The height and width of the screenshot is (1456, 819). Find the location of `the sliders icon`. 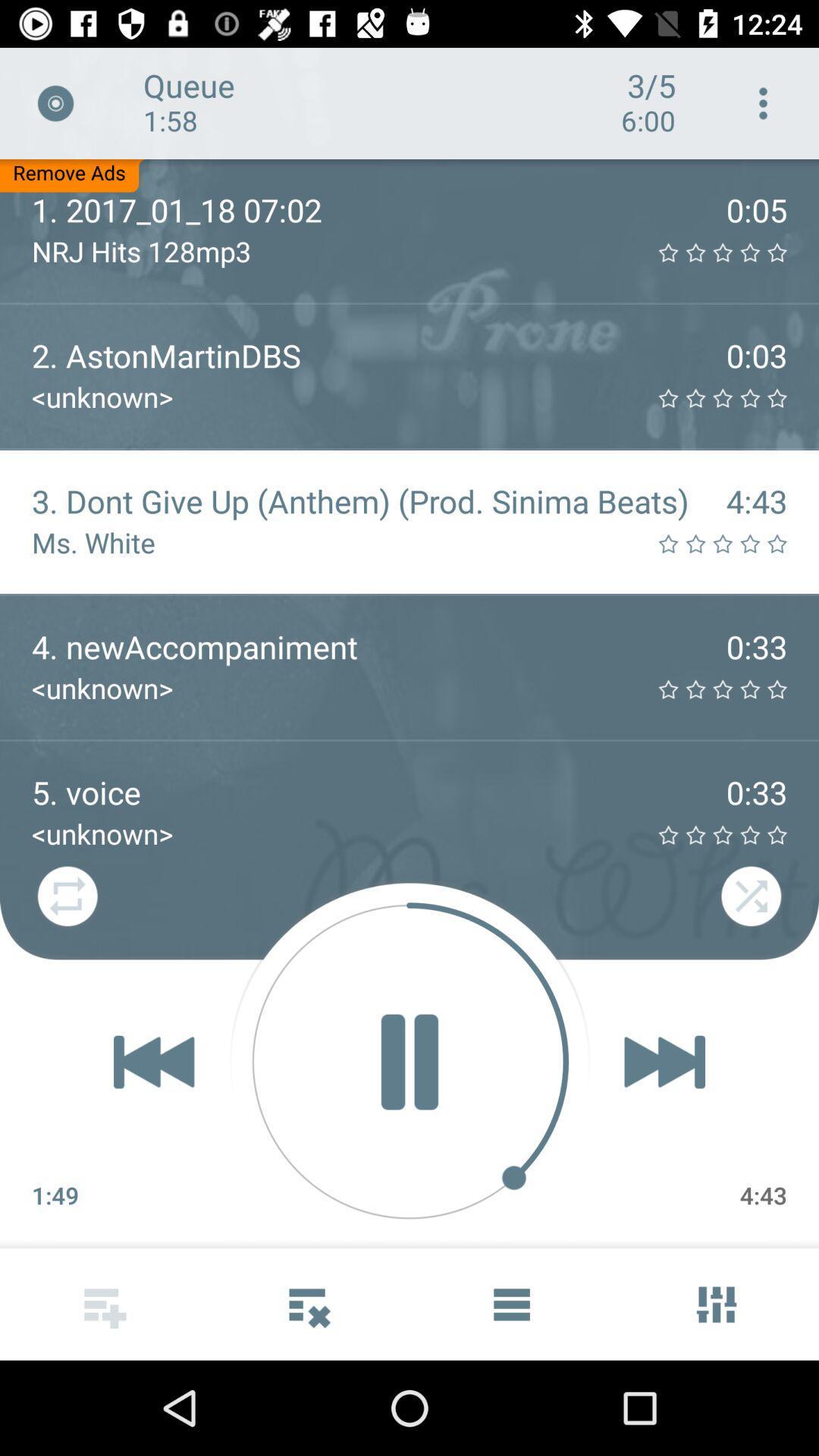

the sliders icon is located at coordinates (717, 1304).